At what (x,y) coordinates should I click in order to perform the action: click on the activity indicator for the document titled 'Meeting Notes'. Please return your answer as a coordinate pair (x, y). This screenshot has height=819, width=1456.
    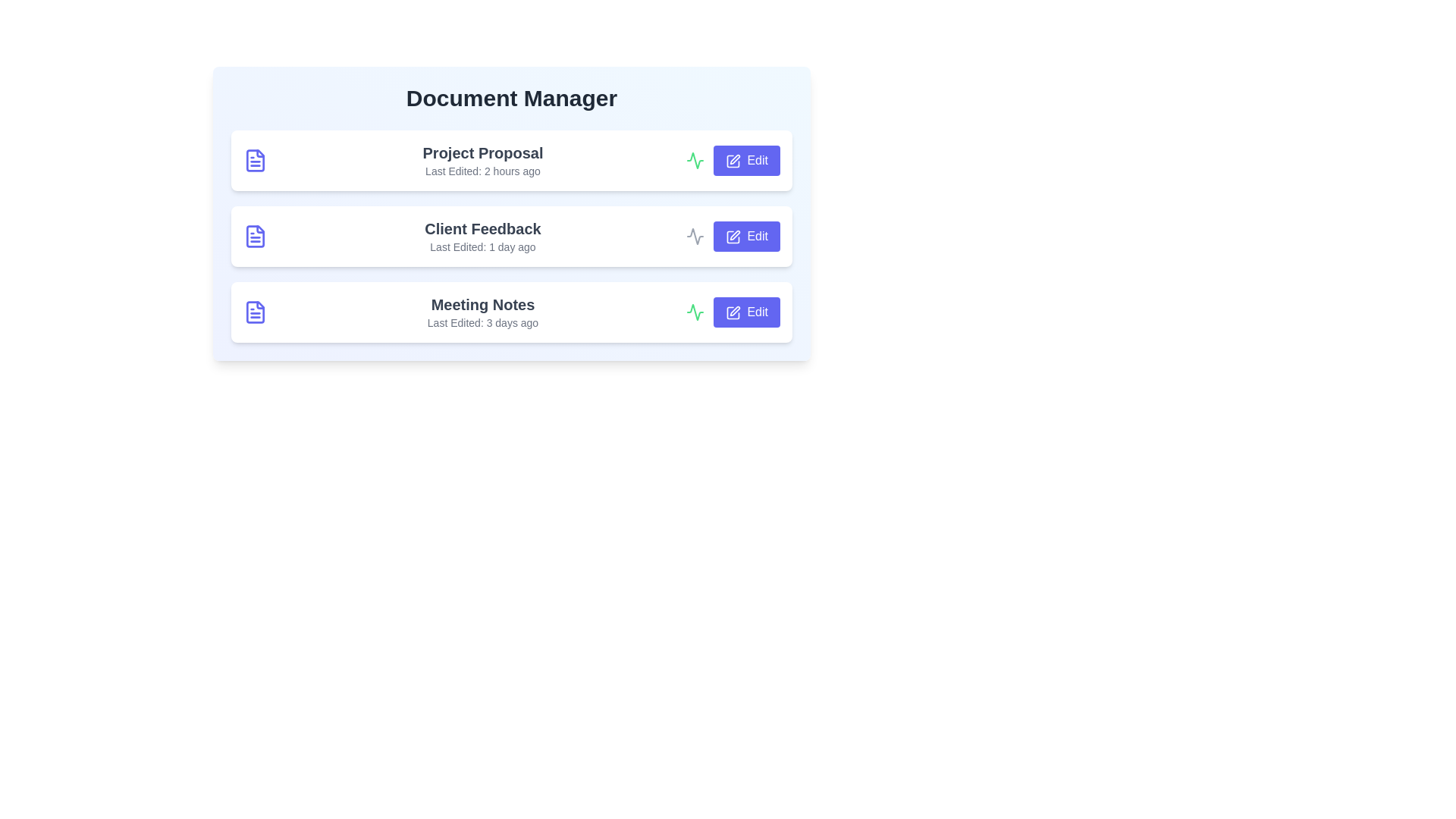
    Looking at the image, I should click on (694, 312).